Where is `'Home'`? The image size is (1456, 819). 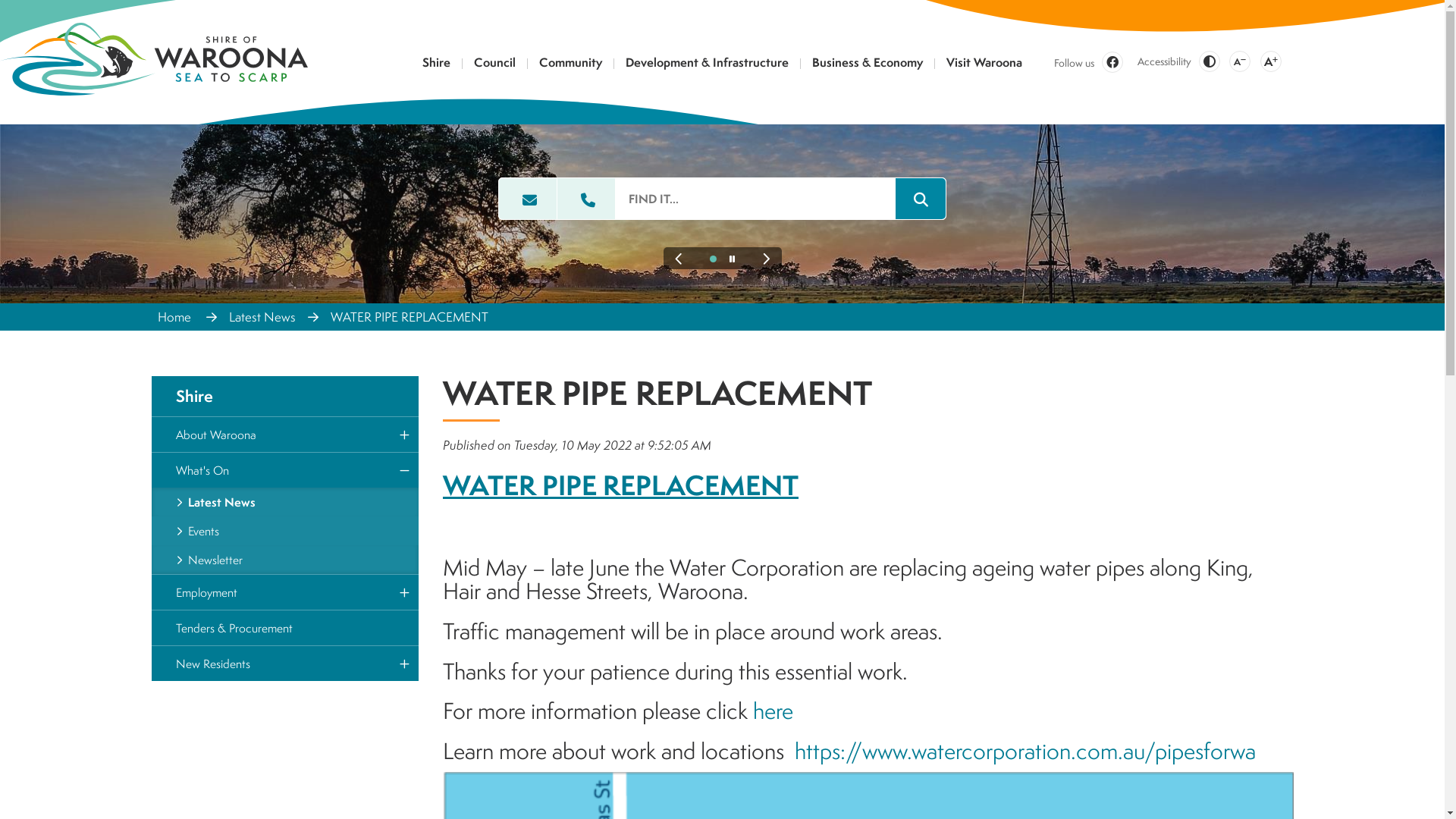
'Home' is located at coordinates (176, 315).